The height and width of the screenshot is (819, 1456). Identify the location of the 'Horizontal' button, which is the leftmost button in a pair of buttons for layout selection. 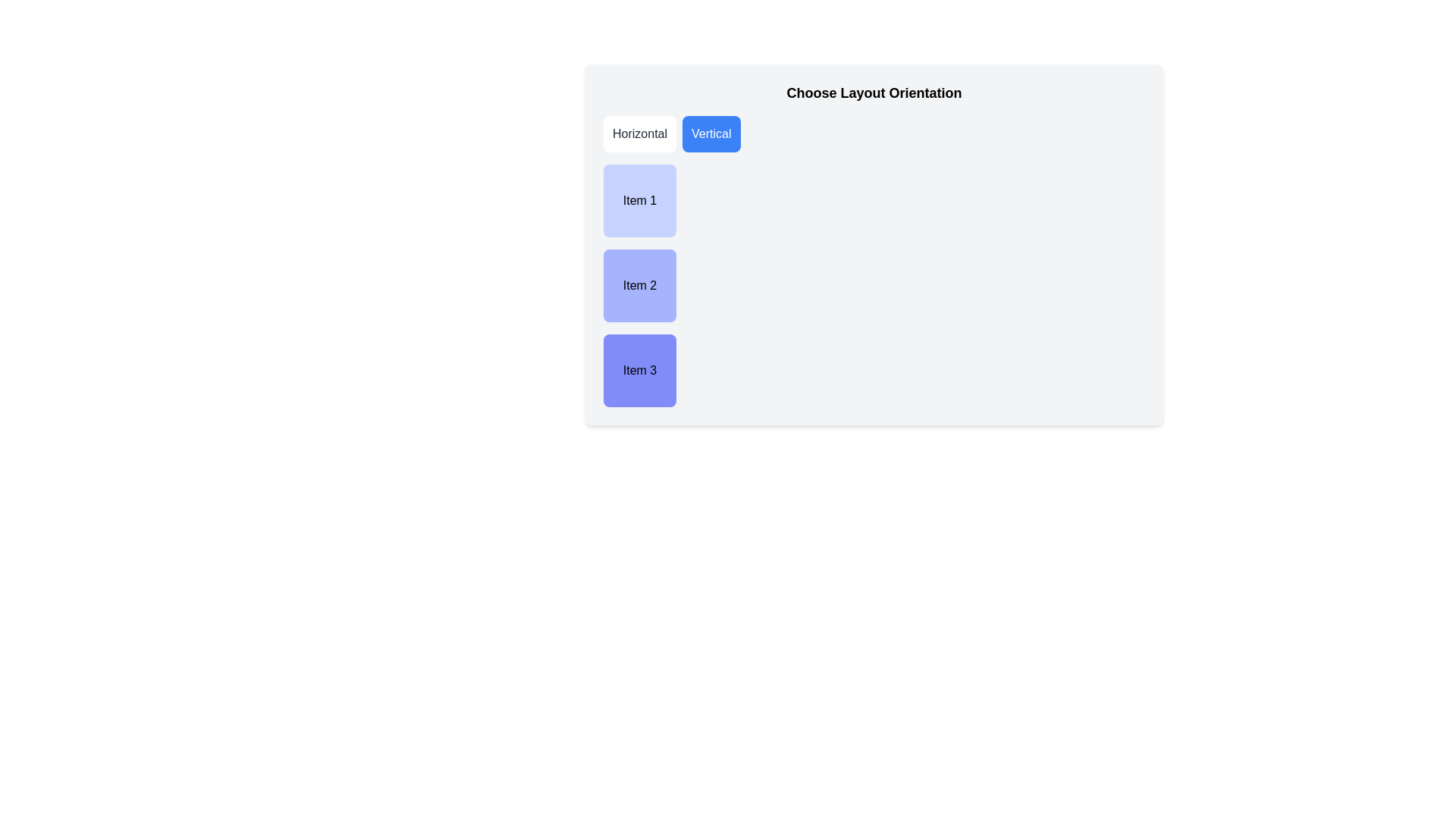
(640, 133).